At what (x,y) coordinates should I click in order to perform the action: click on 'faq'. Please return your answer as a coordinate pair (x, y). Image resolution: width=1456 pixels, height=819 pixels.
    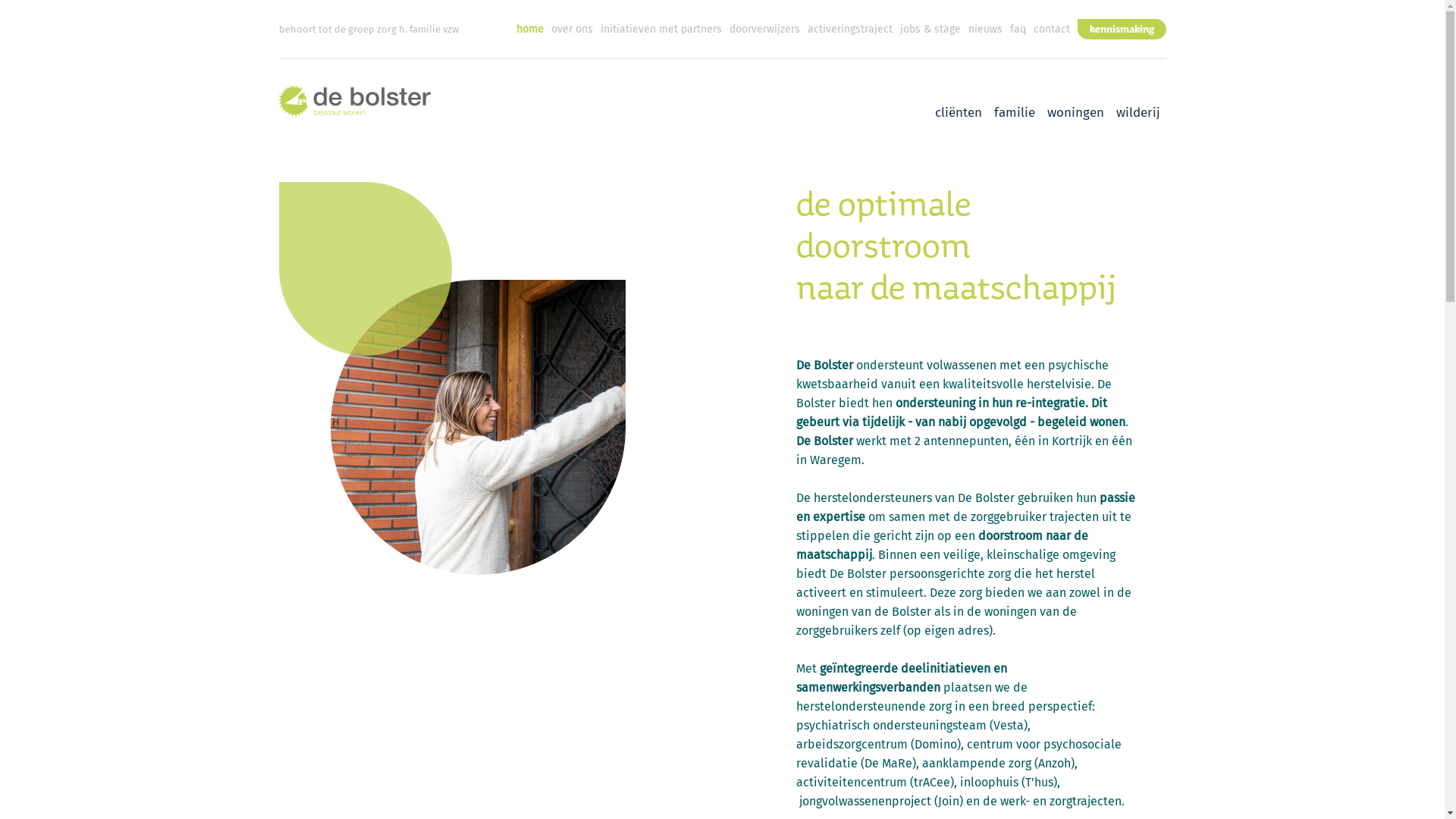
    Looking at the image, I should click on (1018, 29).